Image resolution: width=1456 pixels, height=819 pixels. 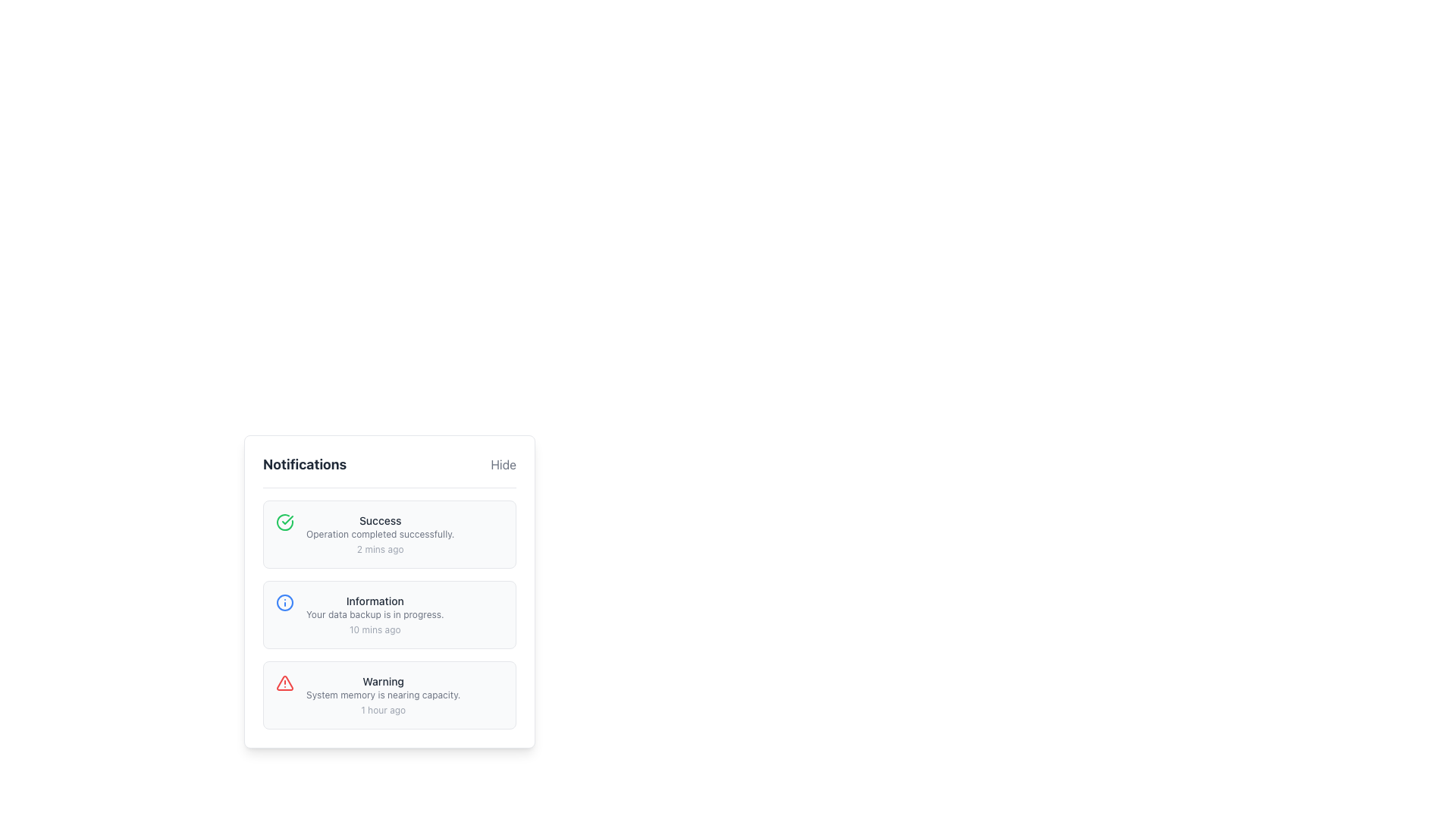 What do you see at coordinates (375, 614) in the screenshot?
I see `informational text label that provides the status of a data backup process, located in the notification card below 'Information' and above '10 mins ago'` at bounding box center [375, 614].